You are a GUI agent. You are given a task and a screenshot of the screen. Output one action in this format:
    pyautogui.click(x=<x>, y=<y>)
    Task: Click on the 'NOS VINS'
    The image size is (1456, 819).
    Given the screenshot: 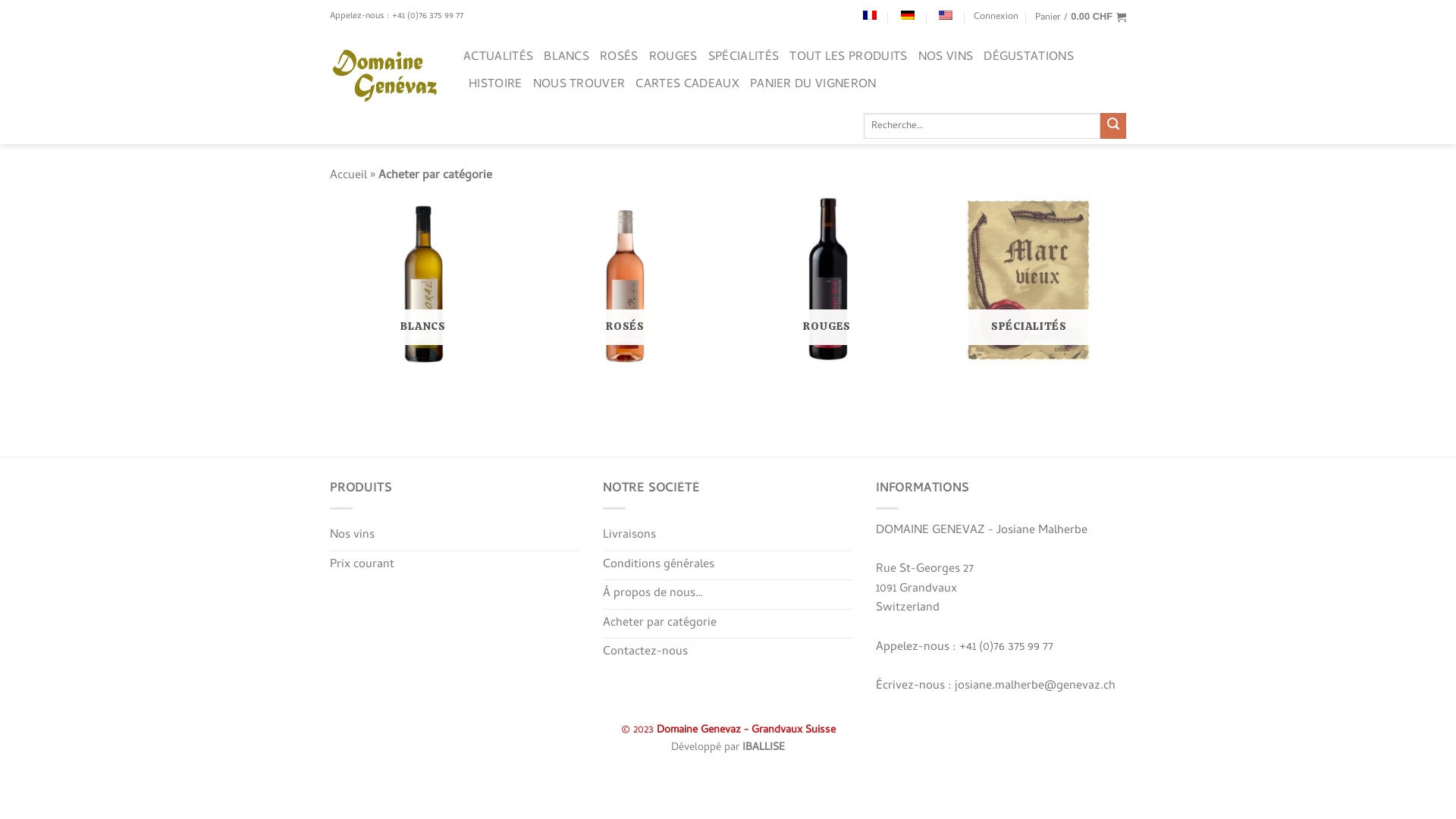 What is the action you would take?
    pyautogui.click(x=945, y=57)
    